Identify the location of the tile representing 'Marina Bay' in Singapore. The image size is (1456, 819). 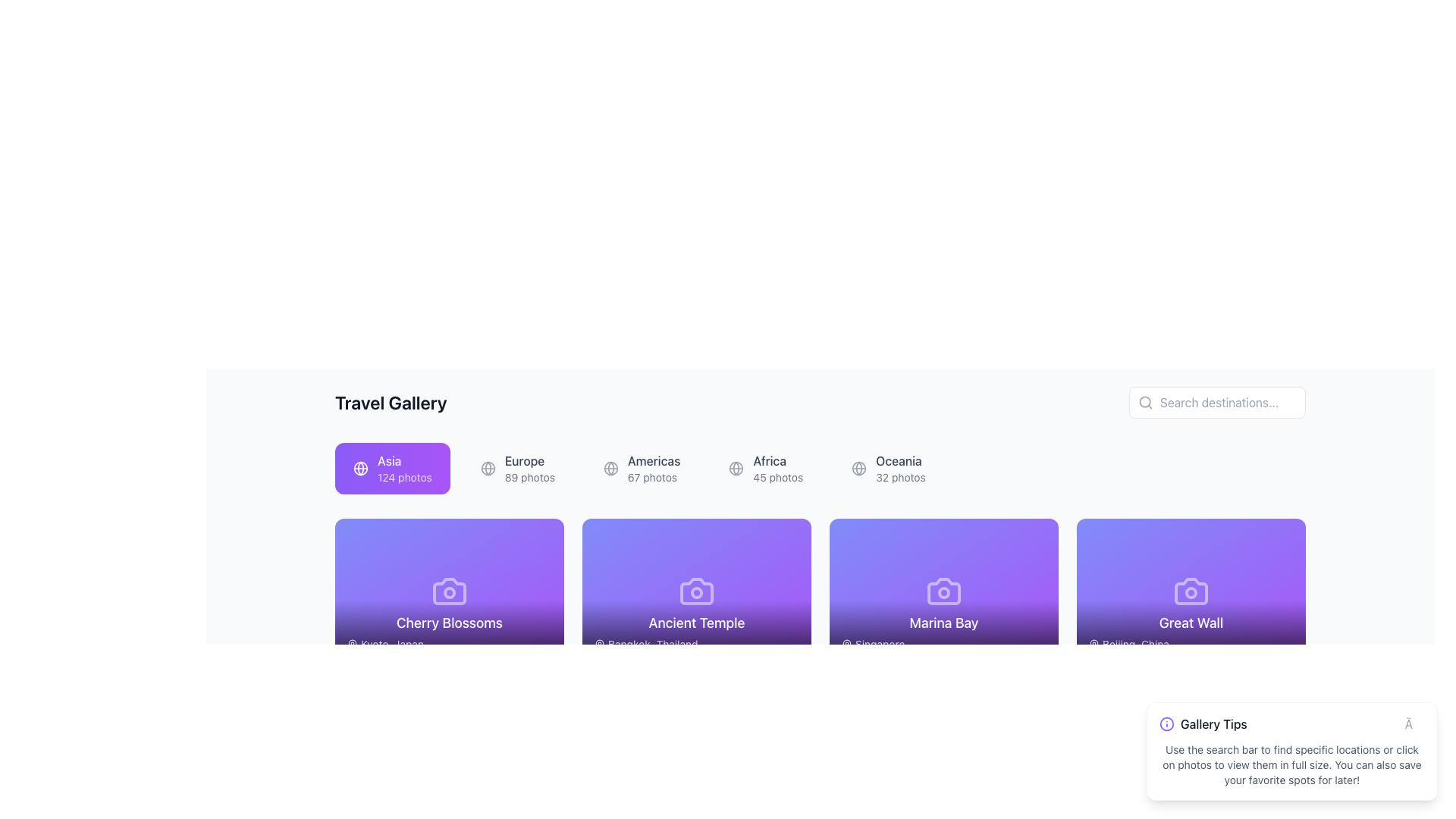
(943, 590).